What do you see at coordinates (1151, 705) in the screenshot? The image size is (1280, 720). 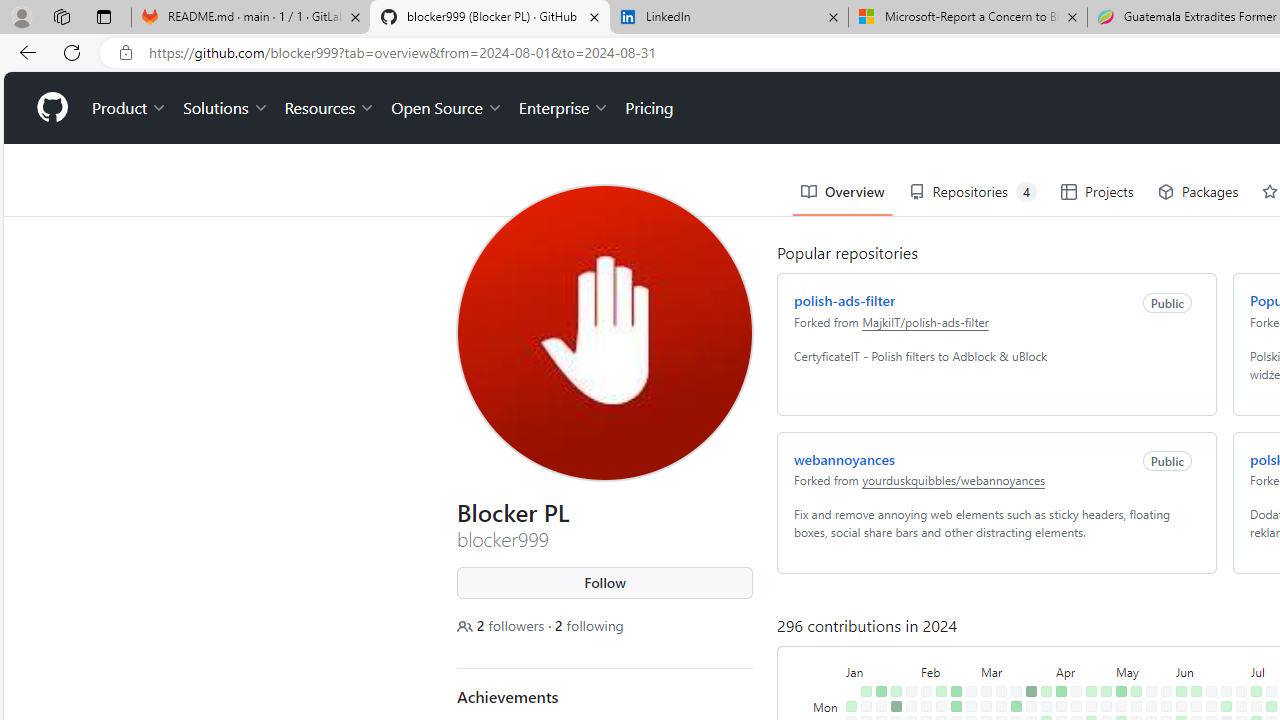 I see `'No contributions on May 20th.'` at bounding box center [1151, 705].